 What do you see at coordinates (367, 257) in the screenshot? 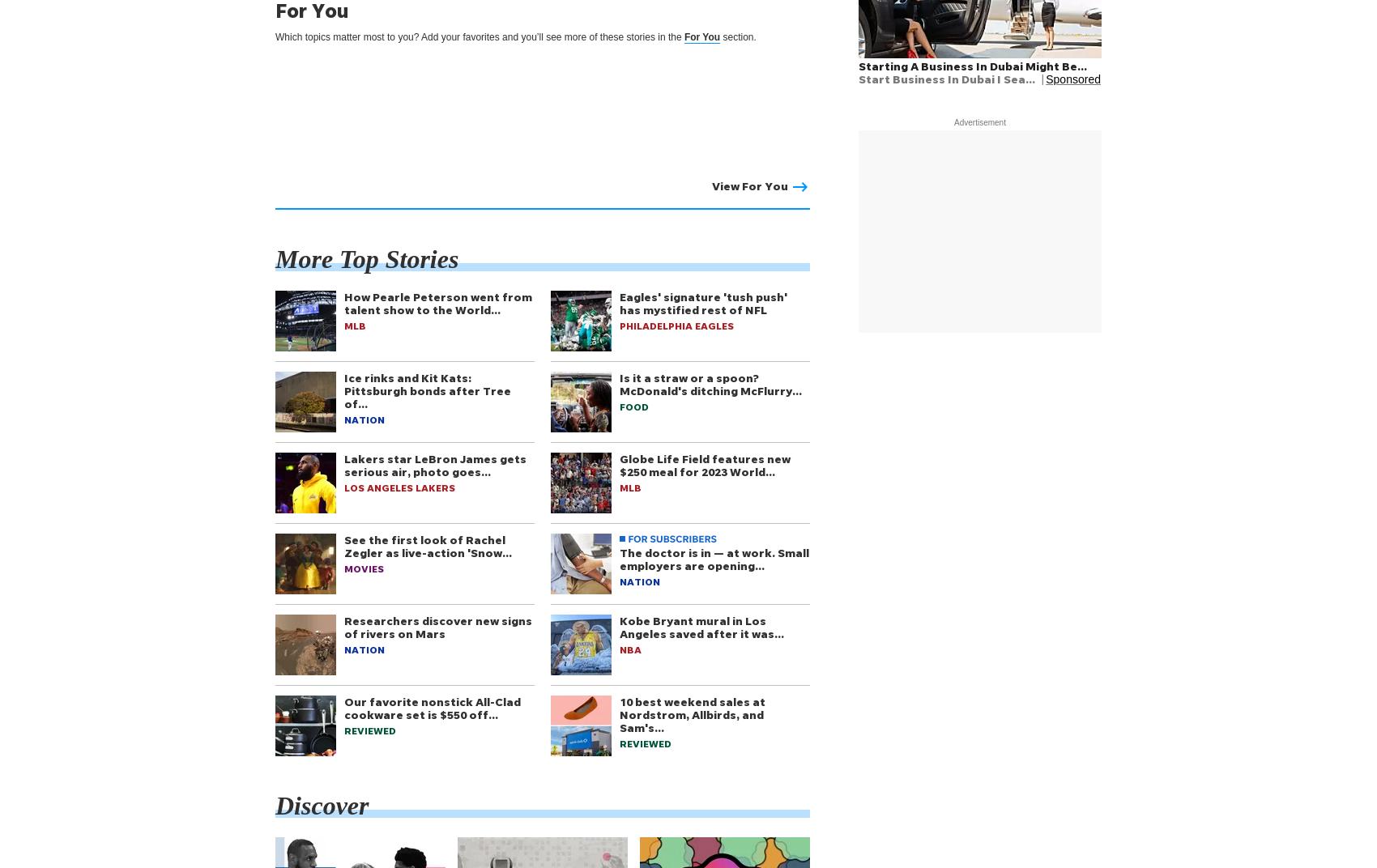
I see `'More Top Stories'` at bounding box center [367, 257].